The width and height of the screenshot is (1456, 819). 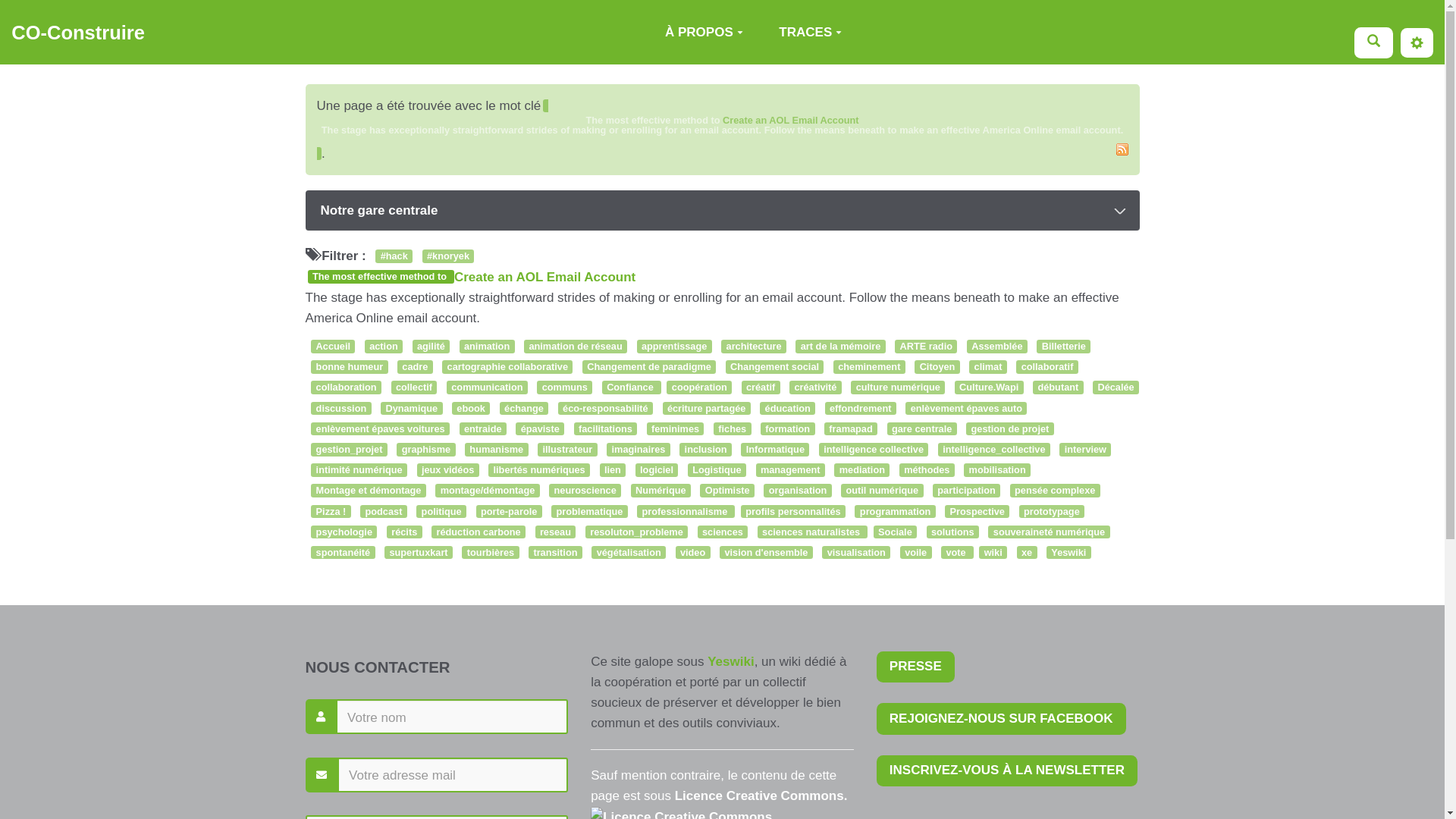 I want to click on 'collectif', so click(x=414, y=386).